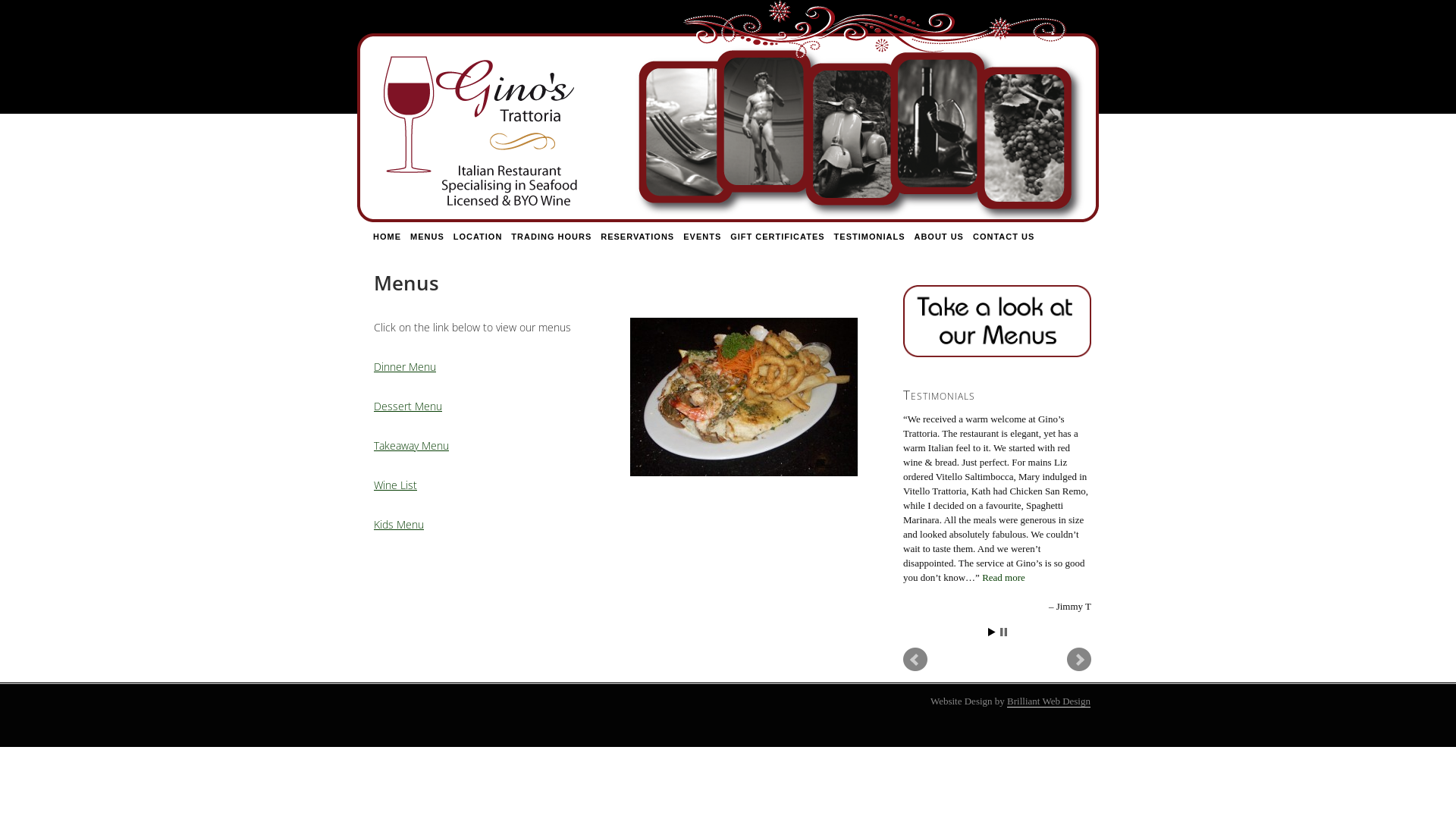 Image resolution: width=1456 pixels, height=819 pixels. Describe the element at coordinates (477, 237) in the screenshot. I see `'LOCATION'` at that location.